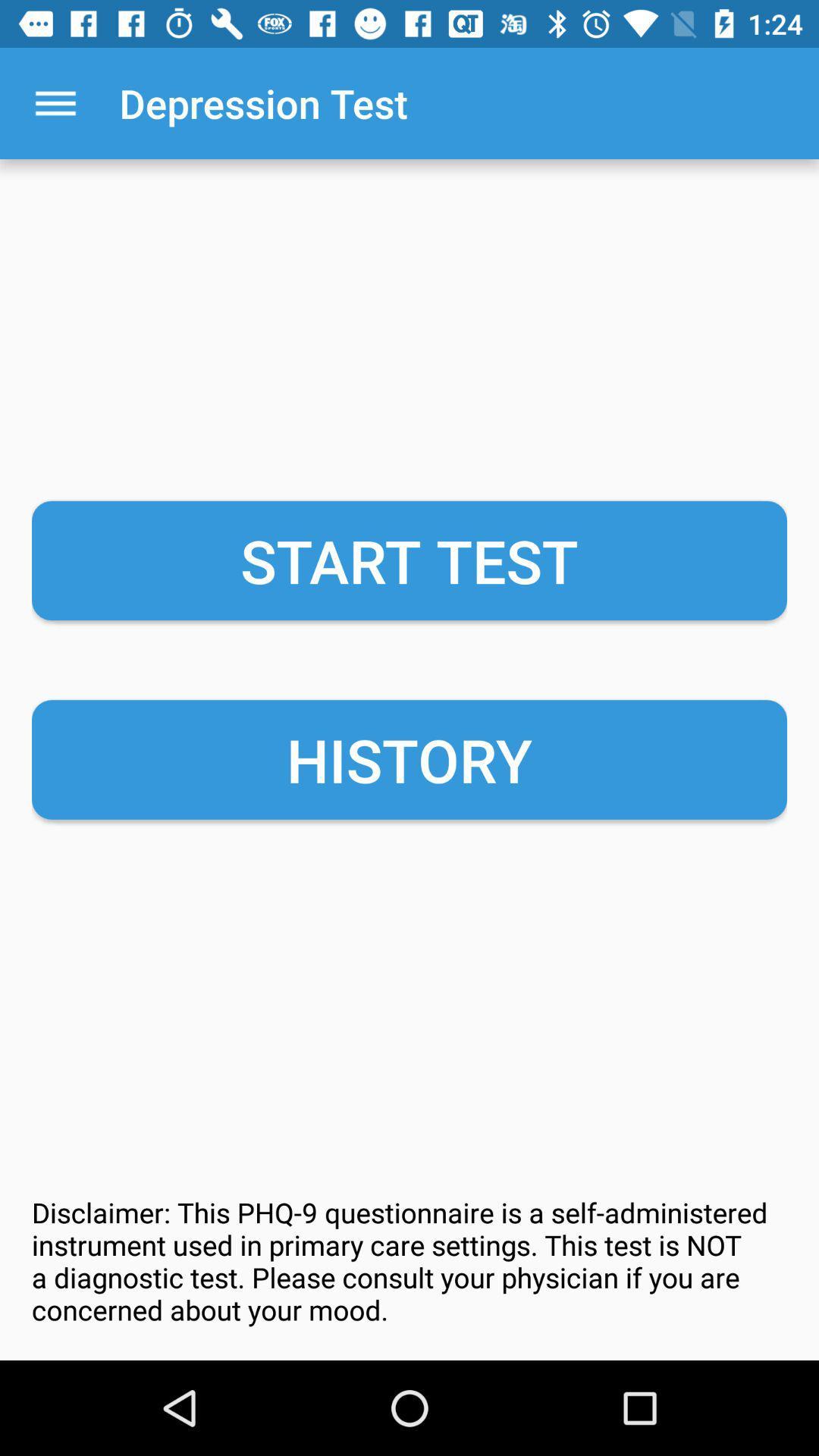  I want to click on the start test item, so click(409, 560).